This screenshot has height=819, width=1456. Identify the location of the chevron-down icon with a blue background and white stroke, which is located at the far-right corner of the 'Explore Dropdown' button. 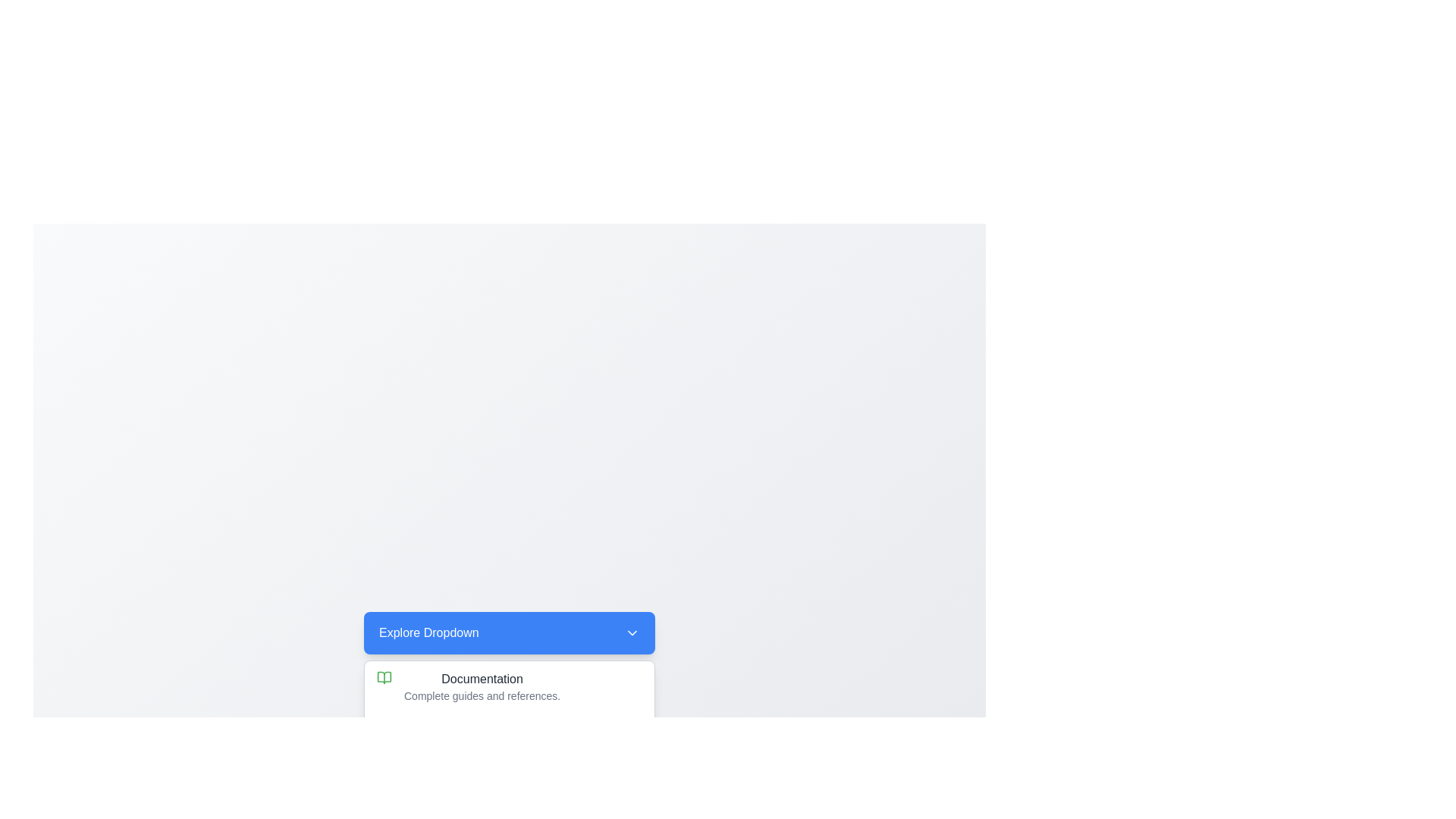
(632, 632).